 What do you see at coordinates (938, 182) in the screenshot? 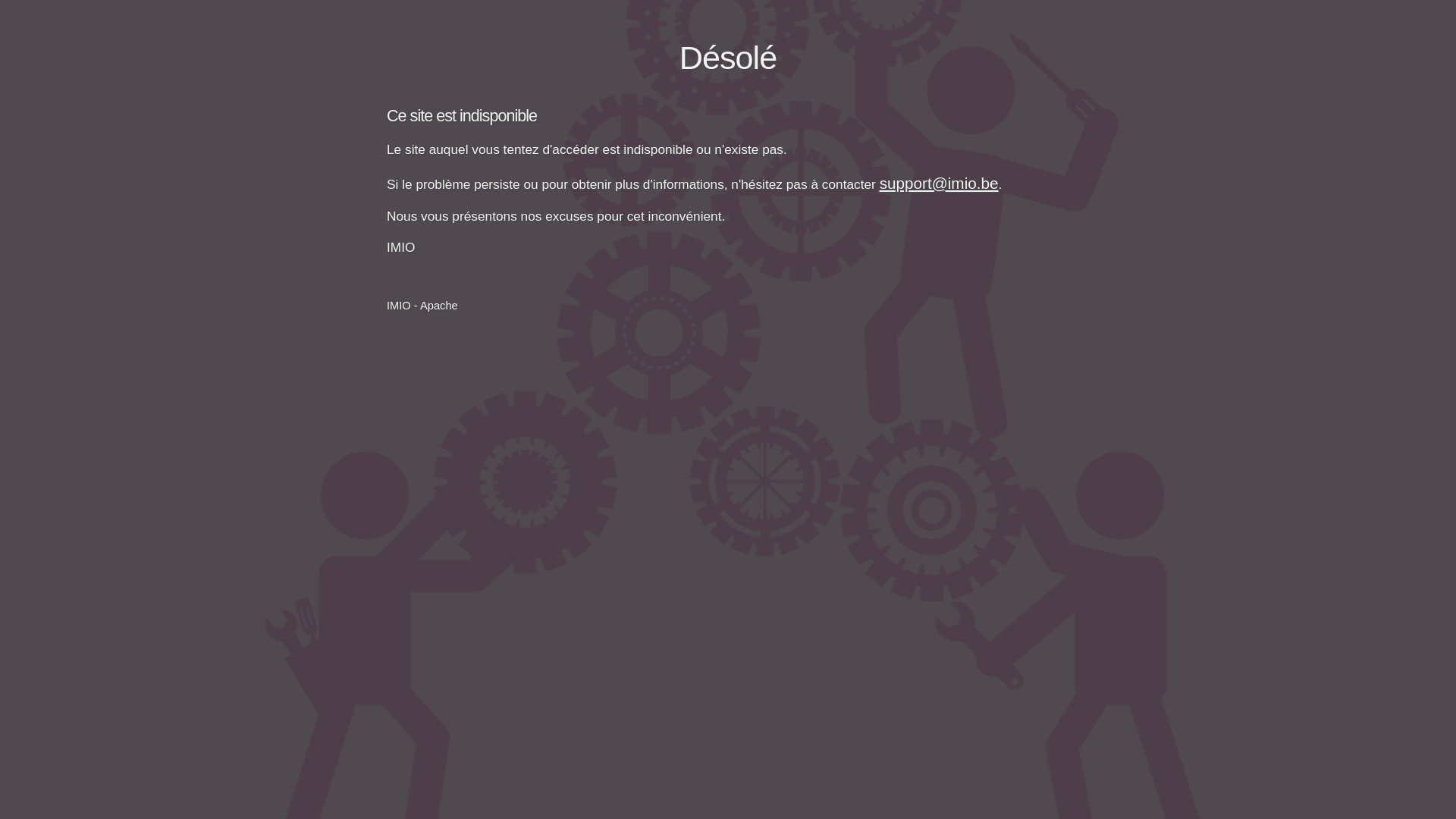
I see `'support@imio.be'` at bounding box center [938, 182].